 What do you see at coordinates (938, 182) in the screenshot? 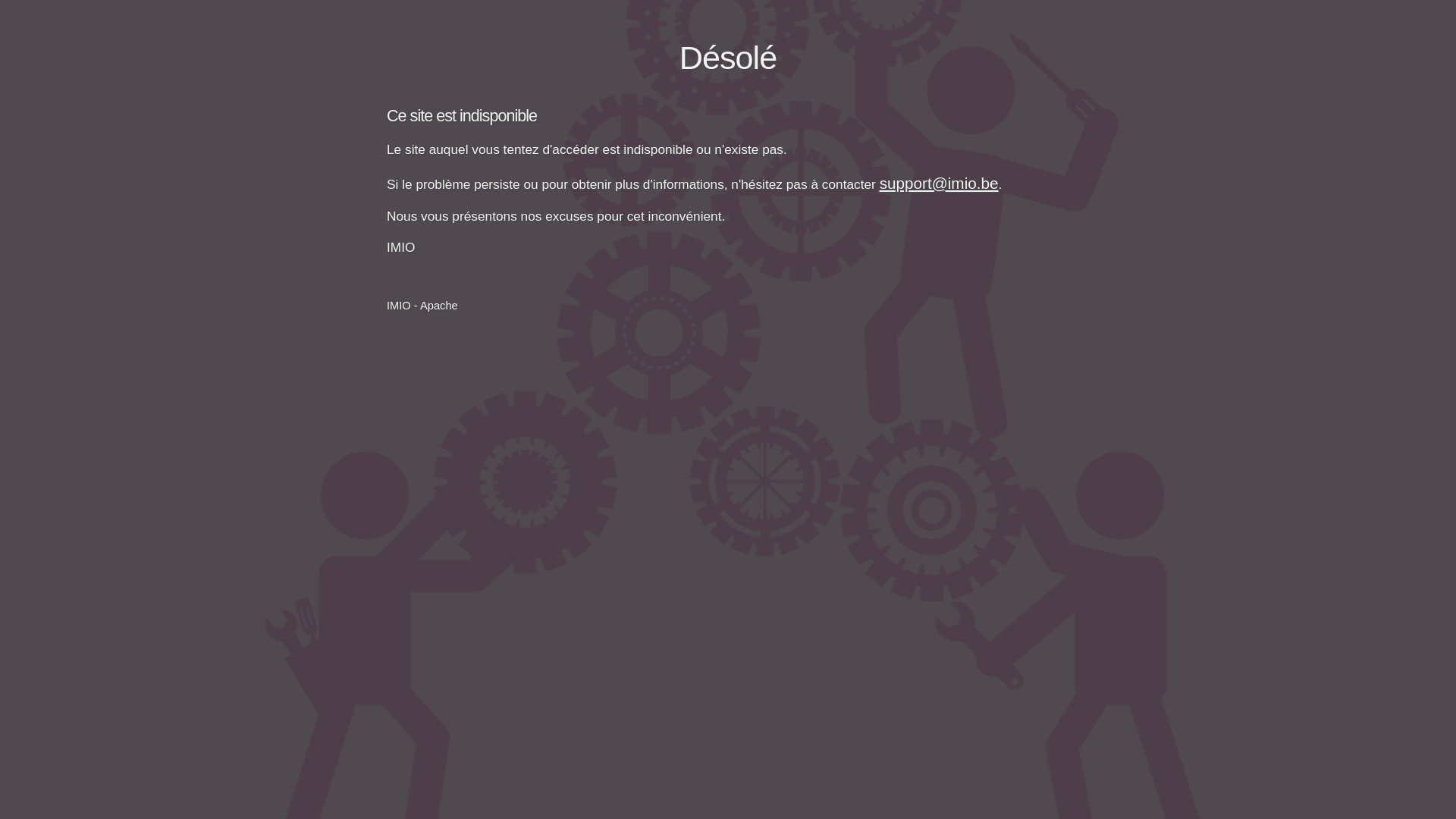
I see `'support@imio.be'` at bounding box center [938, 182].